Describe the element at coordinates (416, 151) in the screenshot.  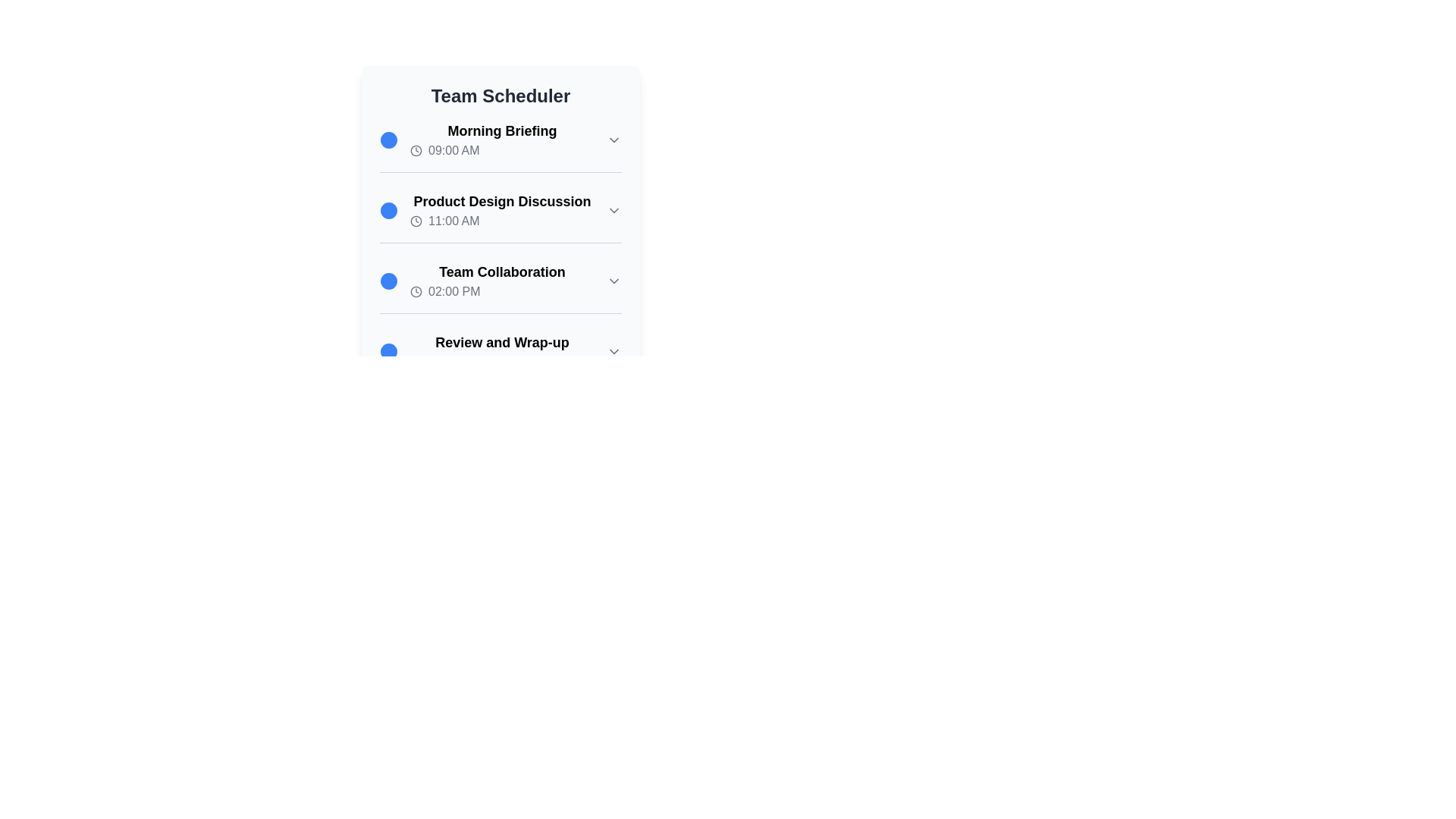
I see `the circular outline of the clock icon located near the '09:00 AM' text in the 'Morning Briefing' entry of the Team Scheduler interface` at that location.